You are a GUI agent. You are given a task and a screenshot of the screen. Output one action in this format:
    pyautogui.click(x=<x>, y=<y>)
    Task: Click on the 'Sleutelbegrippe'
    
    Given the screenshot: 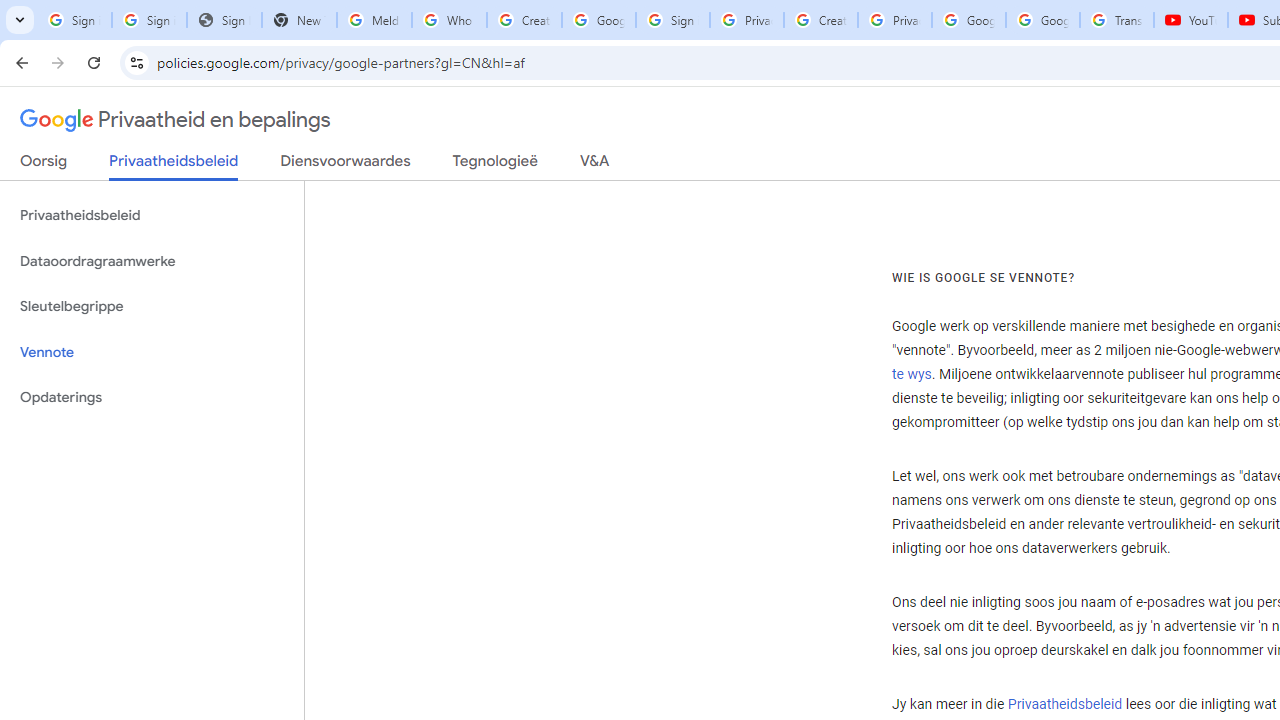 What is the action you would take?
    pyautogui.click(x=151, y=306)
    